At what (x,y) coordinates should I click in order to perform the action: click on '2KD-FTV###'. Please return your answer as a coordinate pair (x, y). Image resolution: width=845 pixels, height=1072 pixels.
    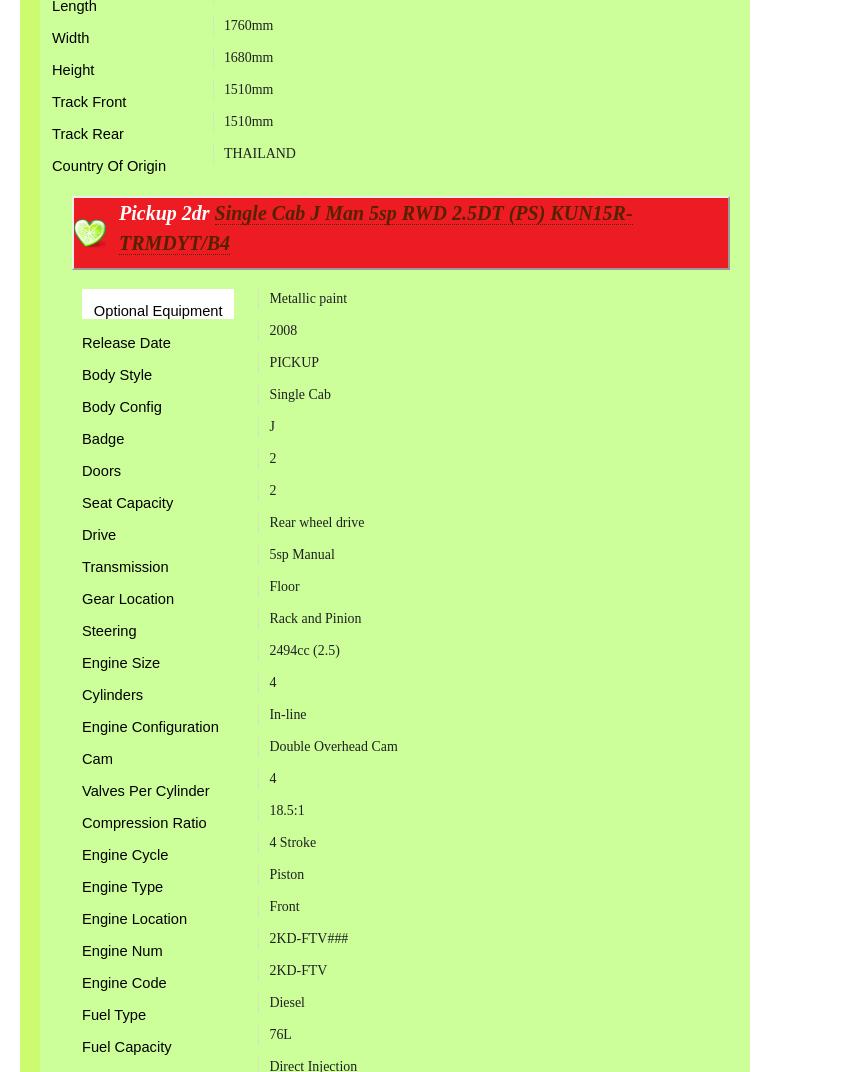
    Looking at the image, I should click on (308, 937).